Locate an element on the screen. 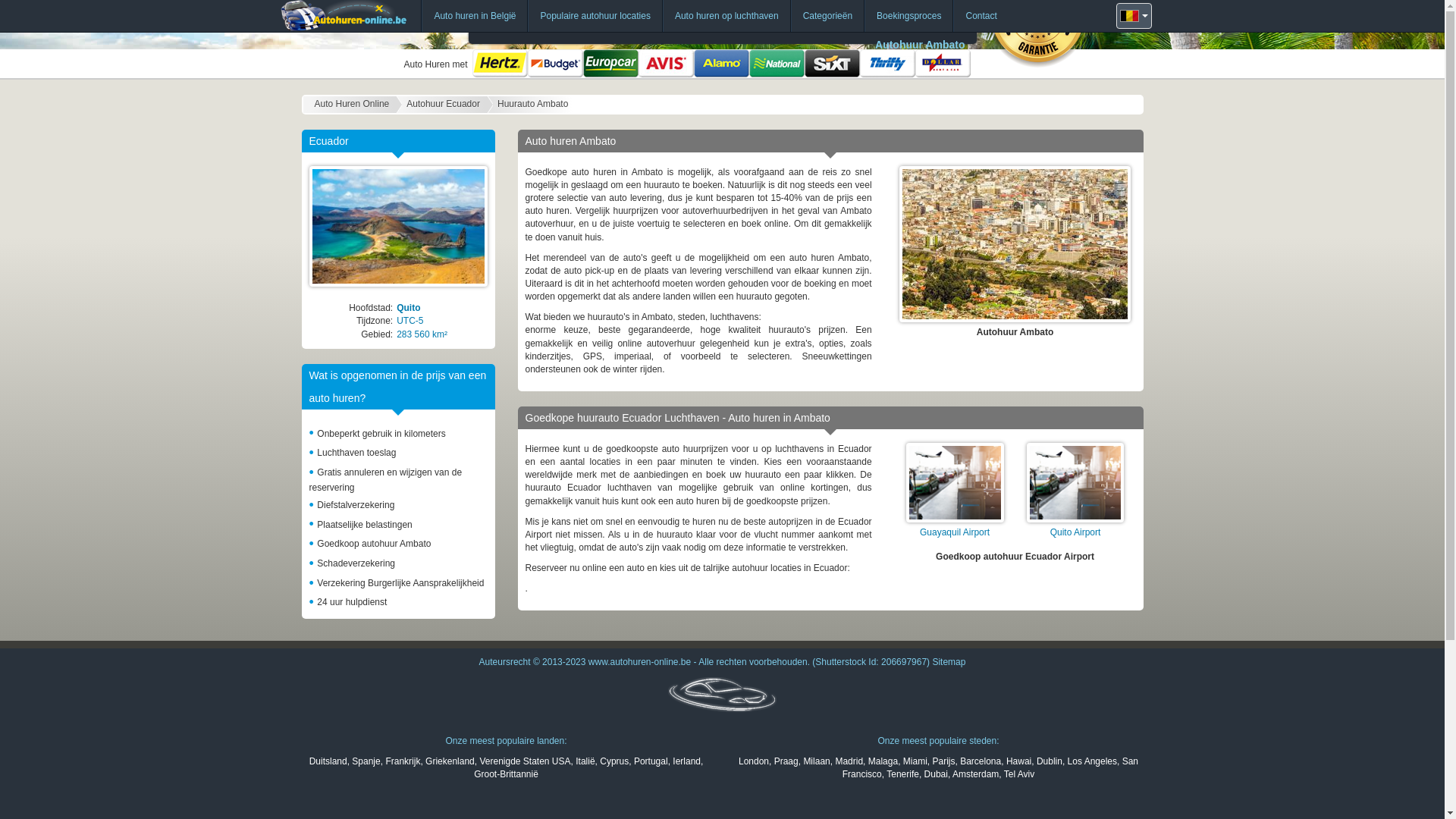 This screenshot has height=819, width=1456. 'Quito Airport' is located at coordinates (1075, 532).